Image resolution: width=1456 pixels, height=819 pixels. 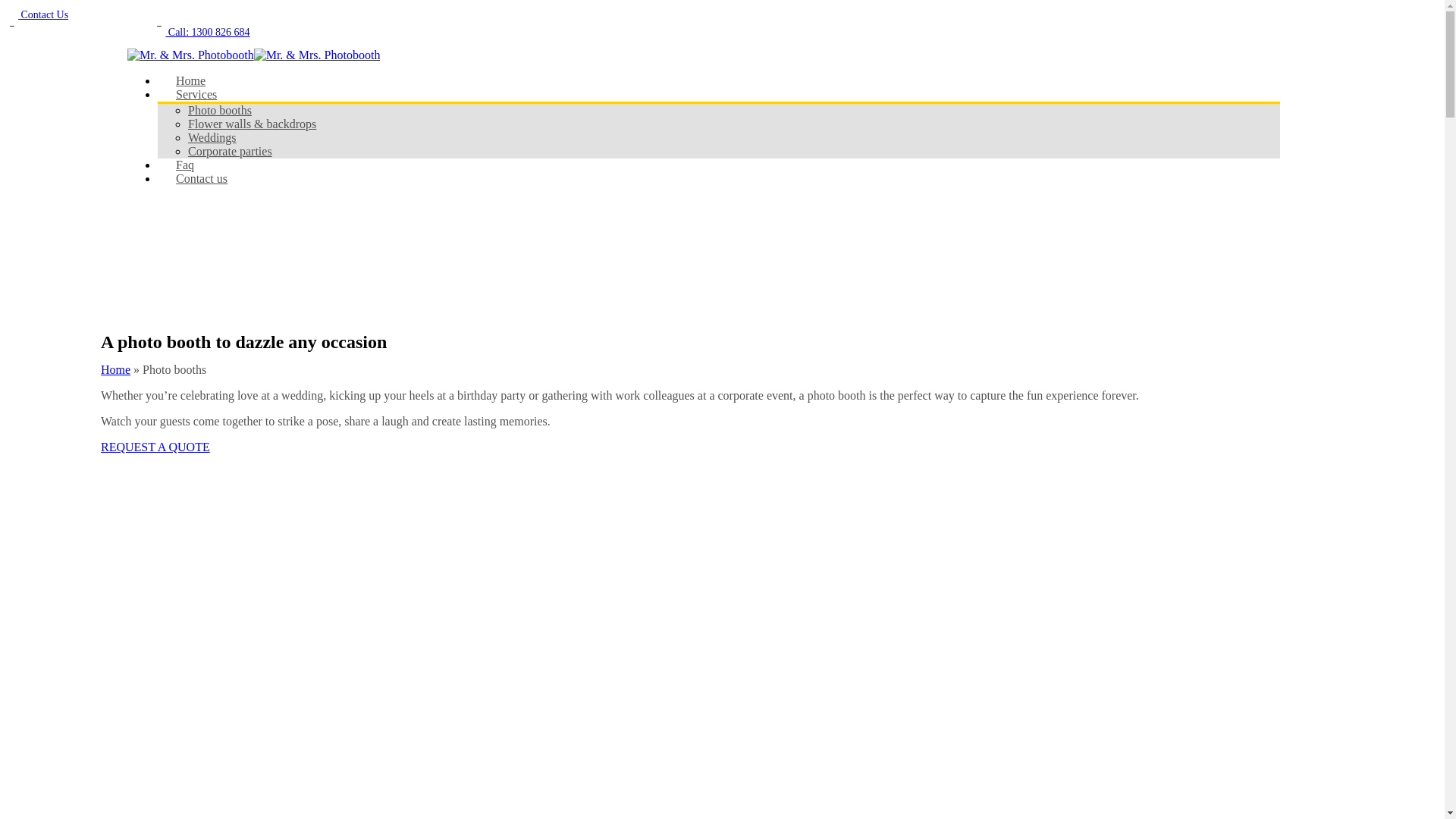 I want to click on 'Contact Us', so click(x=36, y=14).